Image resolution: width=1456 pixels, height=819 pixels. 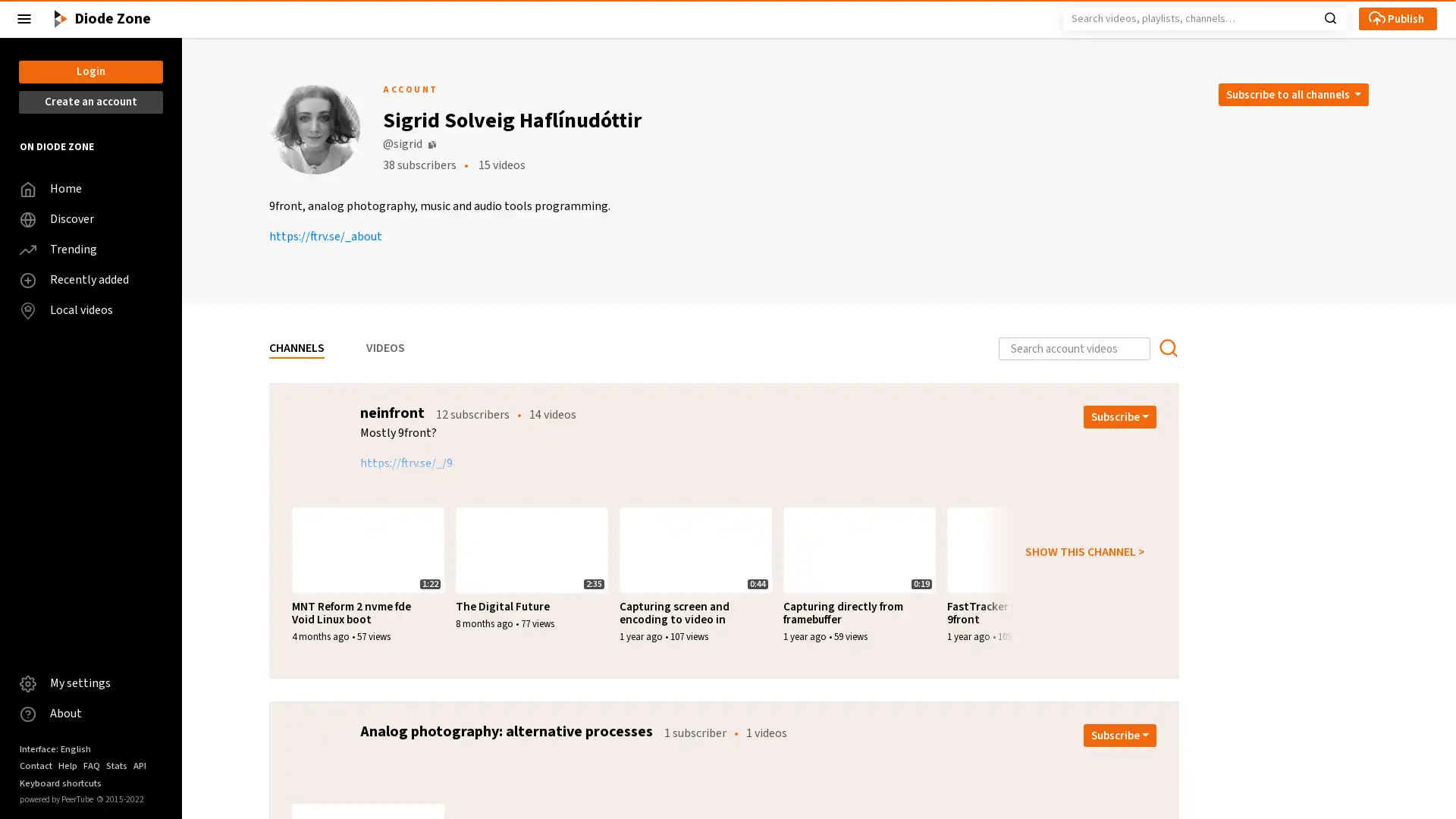 What do you see at coordinates (1291, 94) in the screenshot?
I see `Open subscription dropdown` at bounding box center [1291, 94].